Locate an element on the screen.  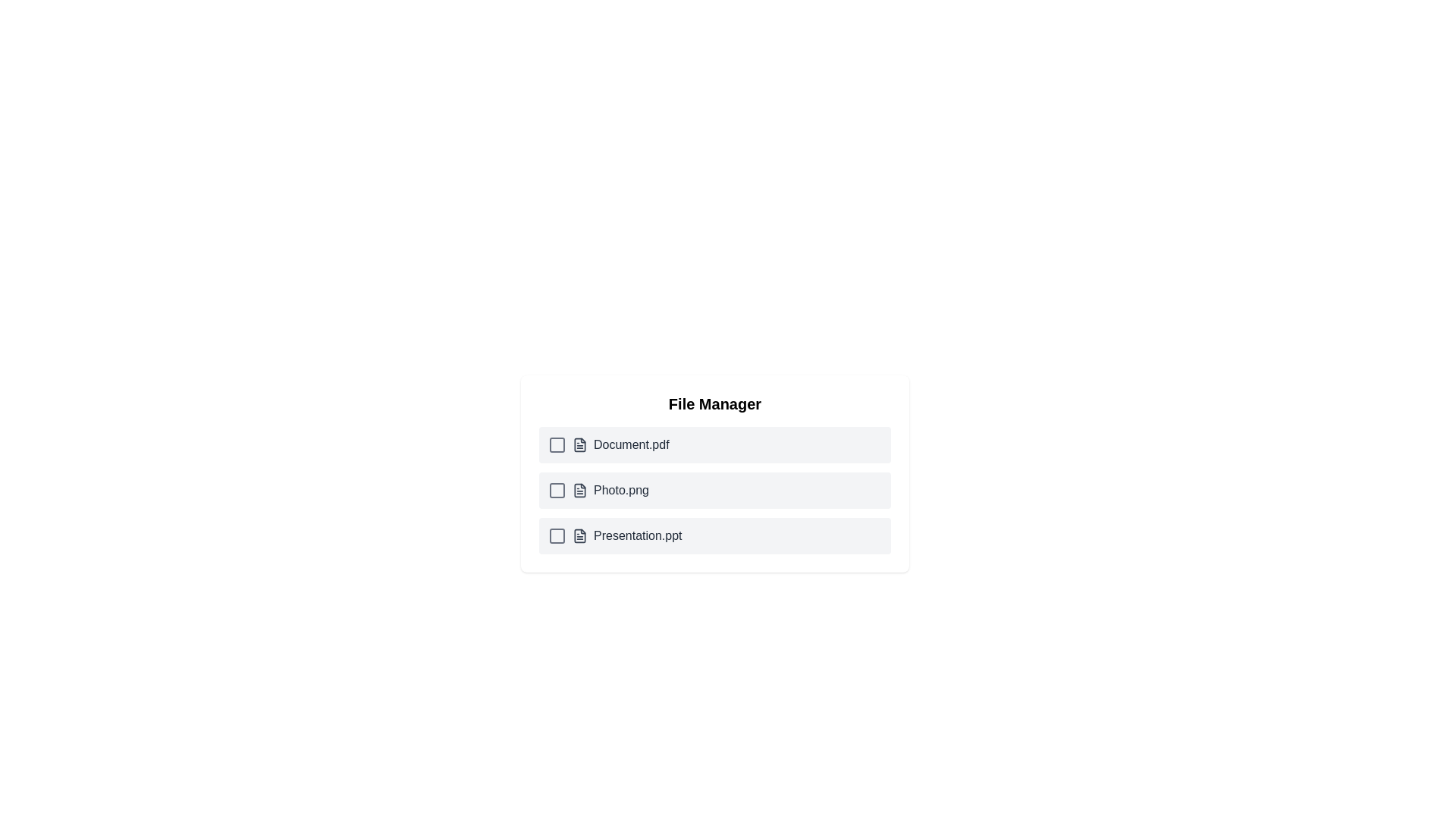
the middle list item labeled 'Photo.png' in the file manager interface is located at coordinates (714, 472).